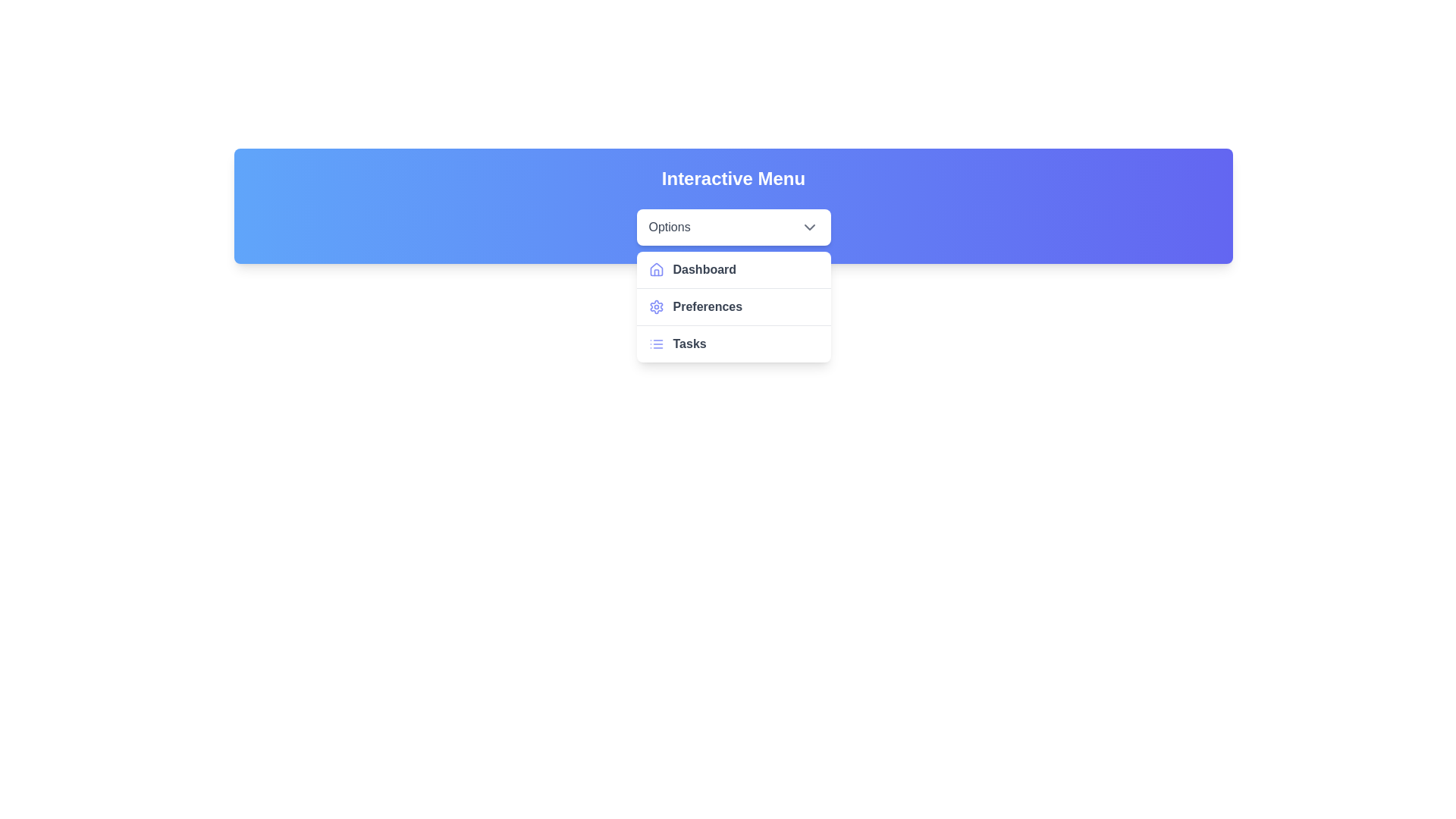 This screenshot has width=1456, height=819. What do you see at coordinates (656, 268) in the screenshot?
I see `the 'Dashboard' menu item's icon, which visually represents the functionality of the Dashboard option in the dropdown menu, located to the left of the 'Dashboard' text label` at bounding box center [656, 268].